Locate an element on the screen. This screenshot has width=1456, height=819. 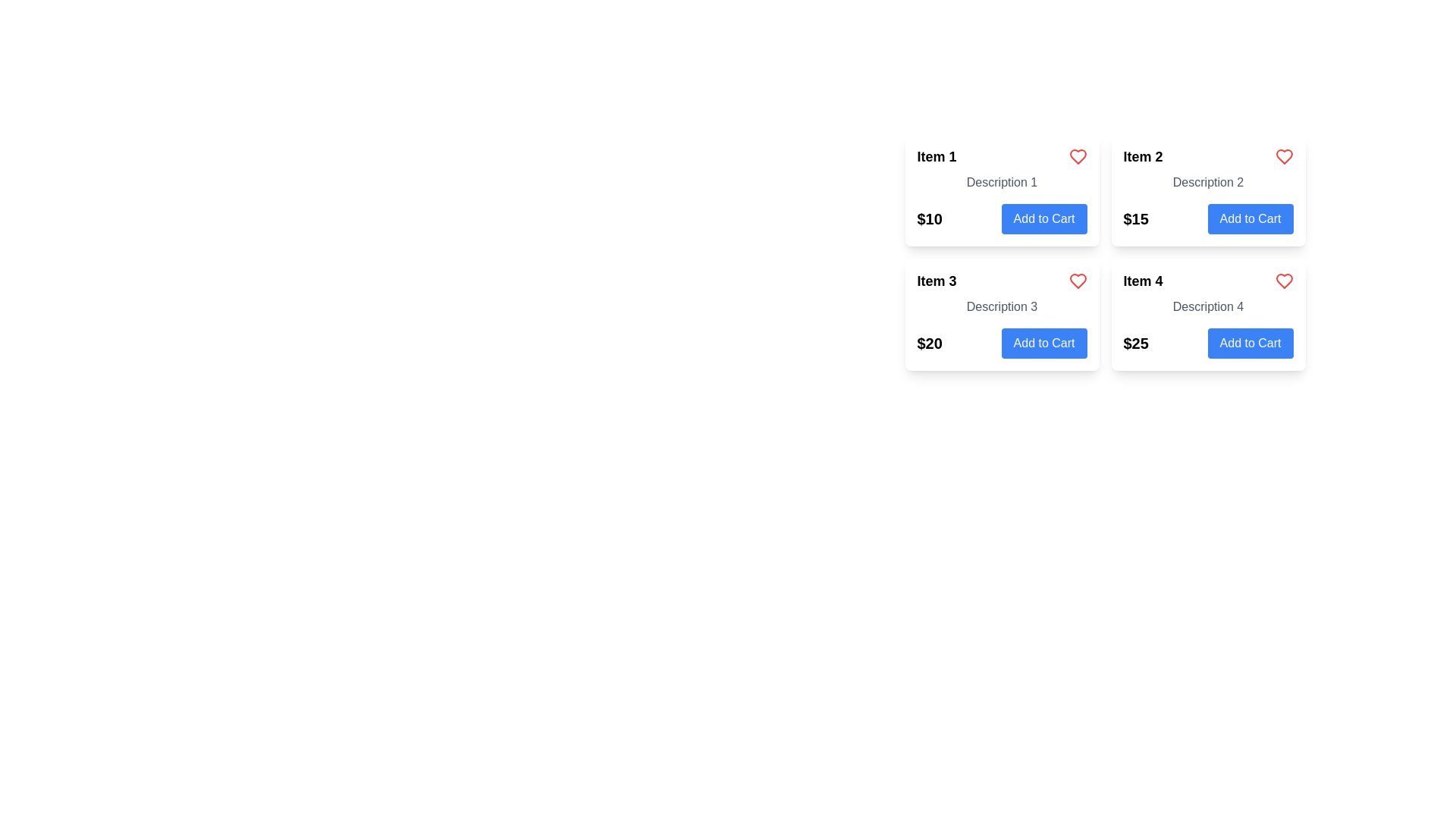
the add to cart button located at the bottom of the second item card, below the text 'Description 2' in the card titled 'Item 2' is located at coordinates (1207, 219).